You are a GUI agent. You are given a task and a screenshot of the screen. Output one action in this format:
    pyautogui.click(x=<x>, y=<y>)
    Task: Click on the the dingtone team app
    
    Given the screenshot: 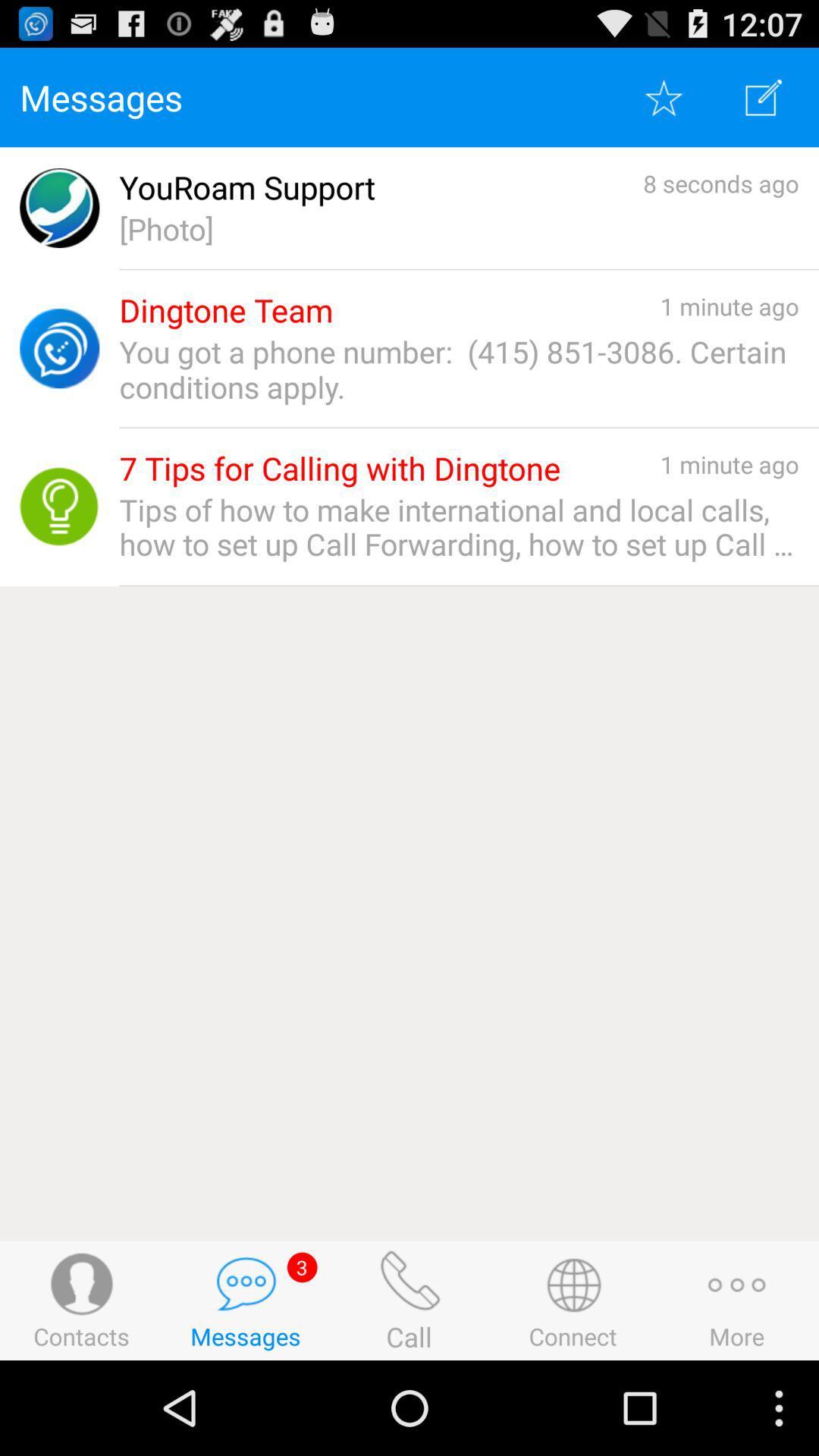 What is the action you would take?
    pyautogui.click(x=226, y=309)
    